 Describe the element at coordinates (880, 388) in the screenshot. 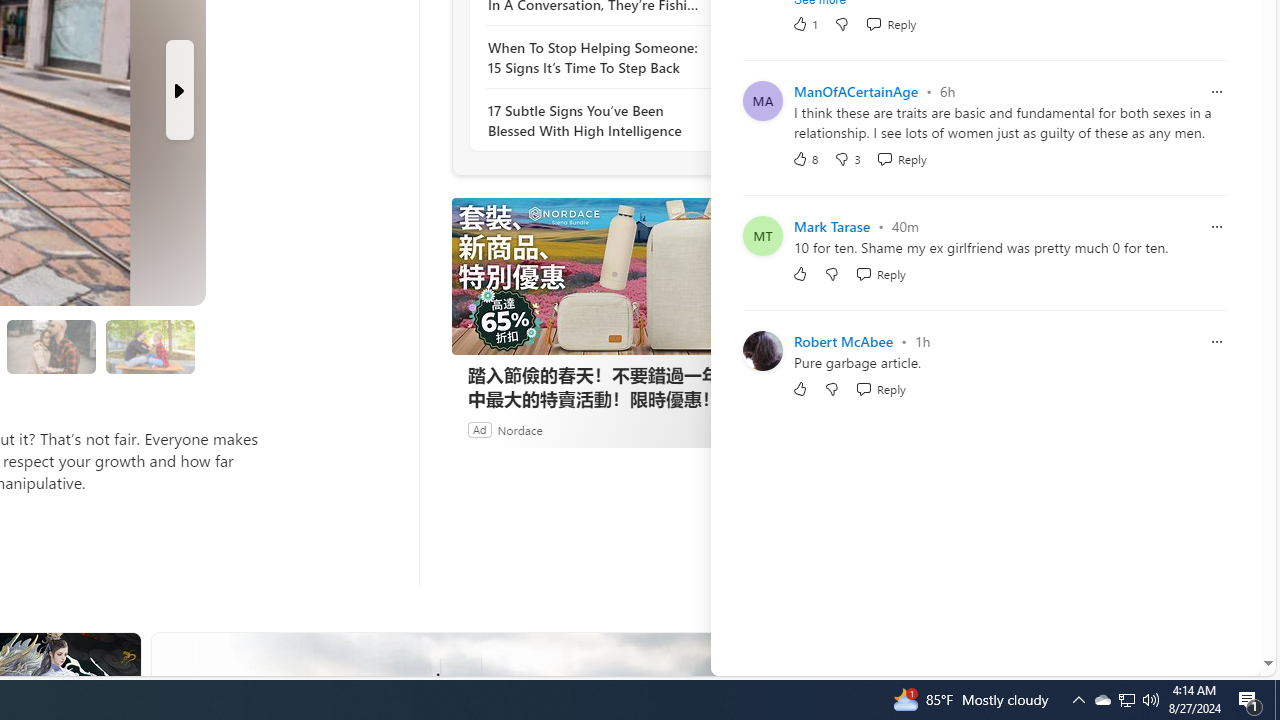

I see `'Reply Reply Comment'` at that location.